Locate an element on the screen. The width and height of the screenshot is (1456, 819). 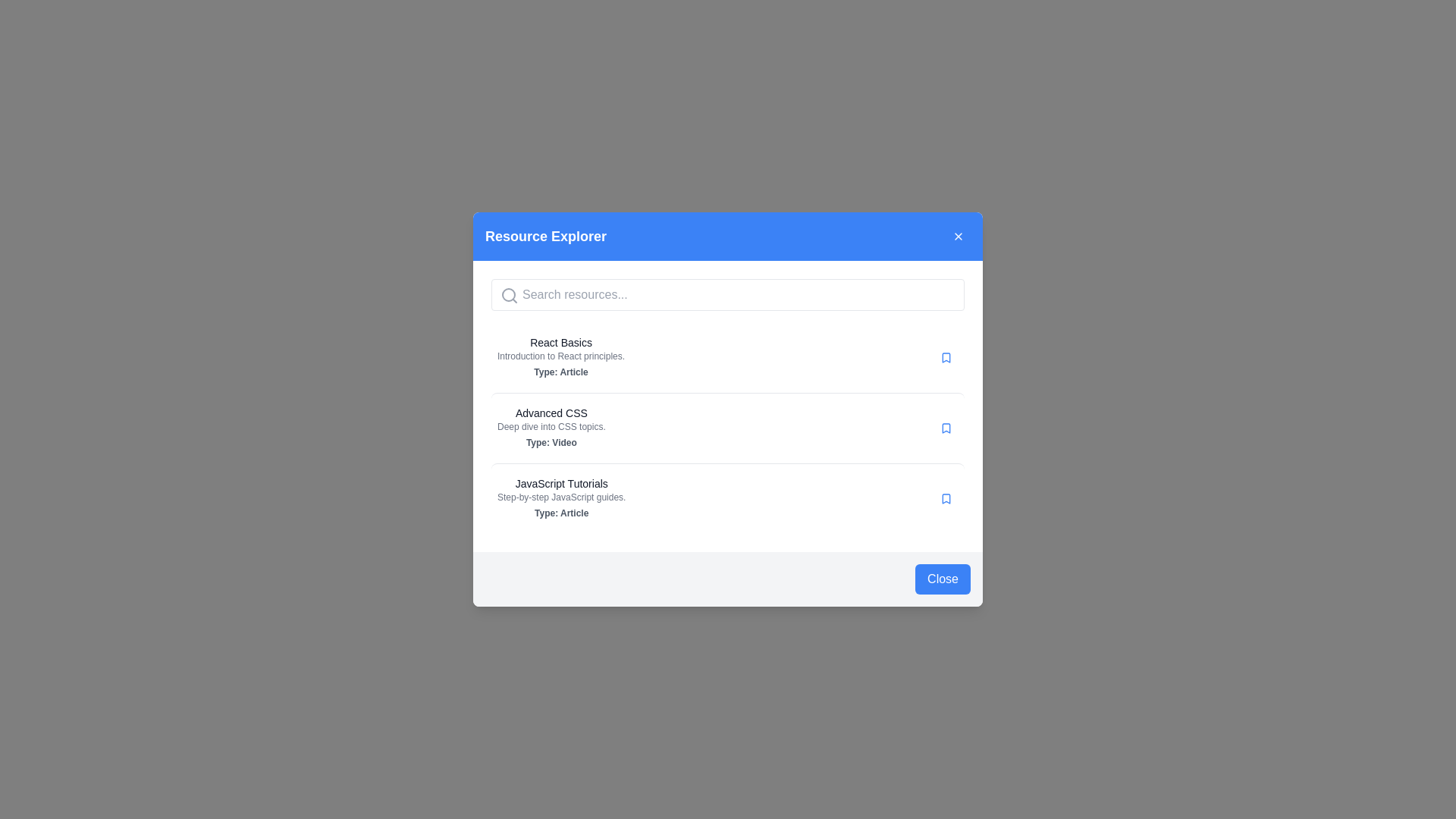
the small, circular button with a blue bookmark icon in the center, located in the top-right corner of the 'React Basics' card, to bookmark or unbookmark the item is located at coordinates (946, 357).